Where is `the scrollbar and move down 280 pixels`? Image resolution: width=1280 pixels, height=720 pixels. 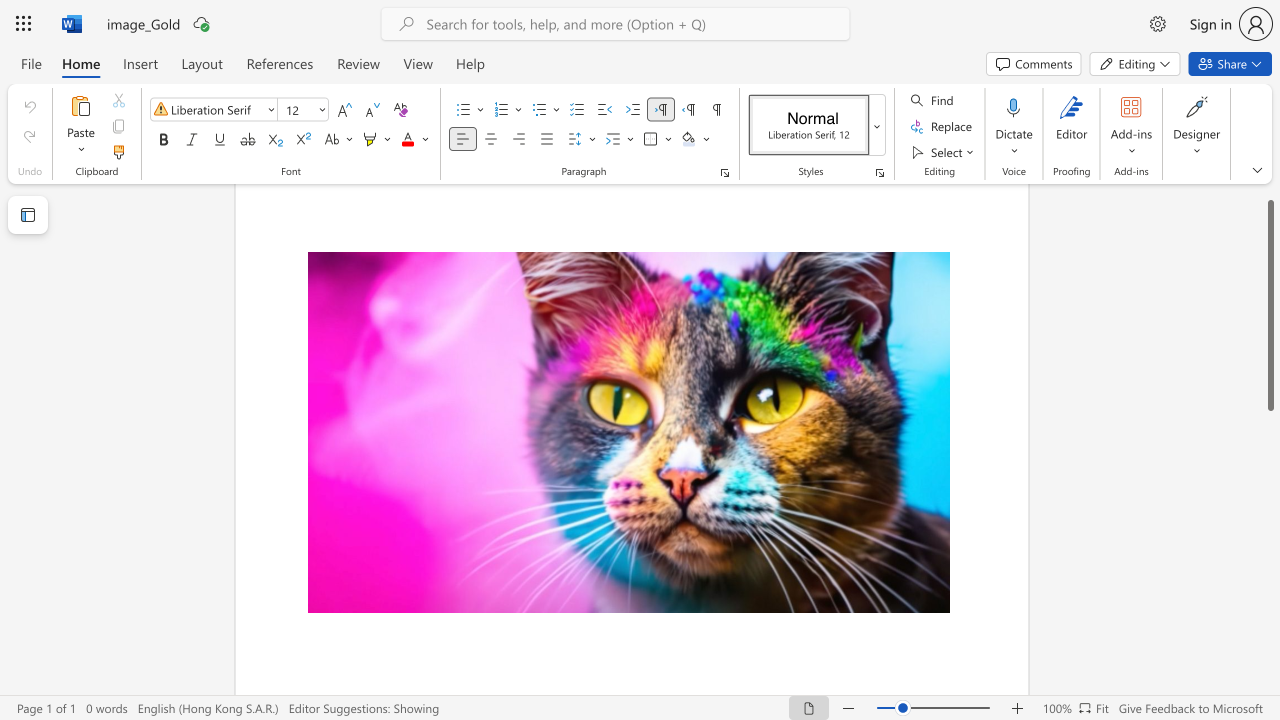 the scrollbar and move down 280 pixels is located at coordinates (1269, 306).